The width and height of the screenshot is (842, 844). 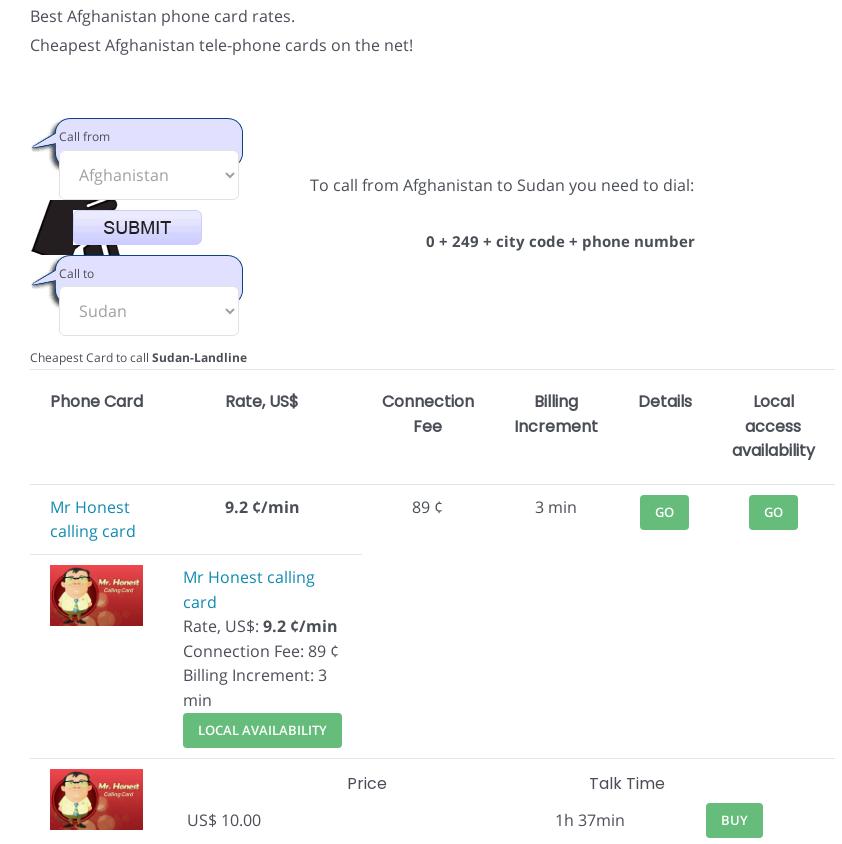 What do you see at coordinates (198, 357) in the screenshot?
I see `'Sudan-Landline'` at bounding box center [198, 357].